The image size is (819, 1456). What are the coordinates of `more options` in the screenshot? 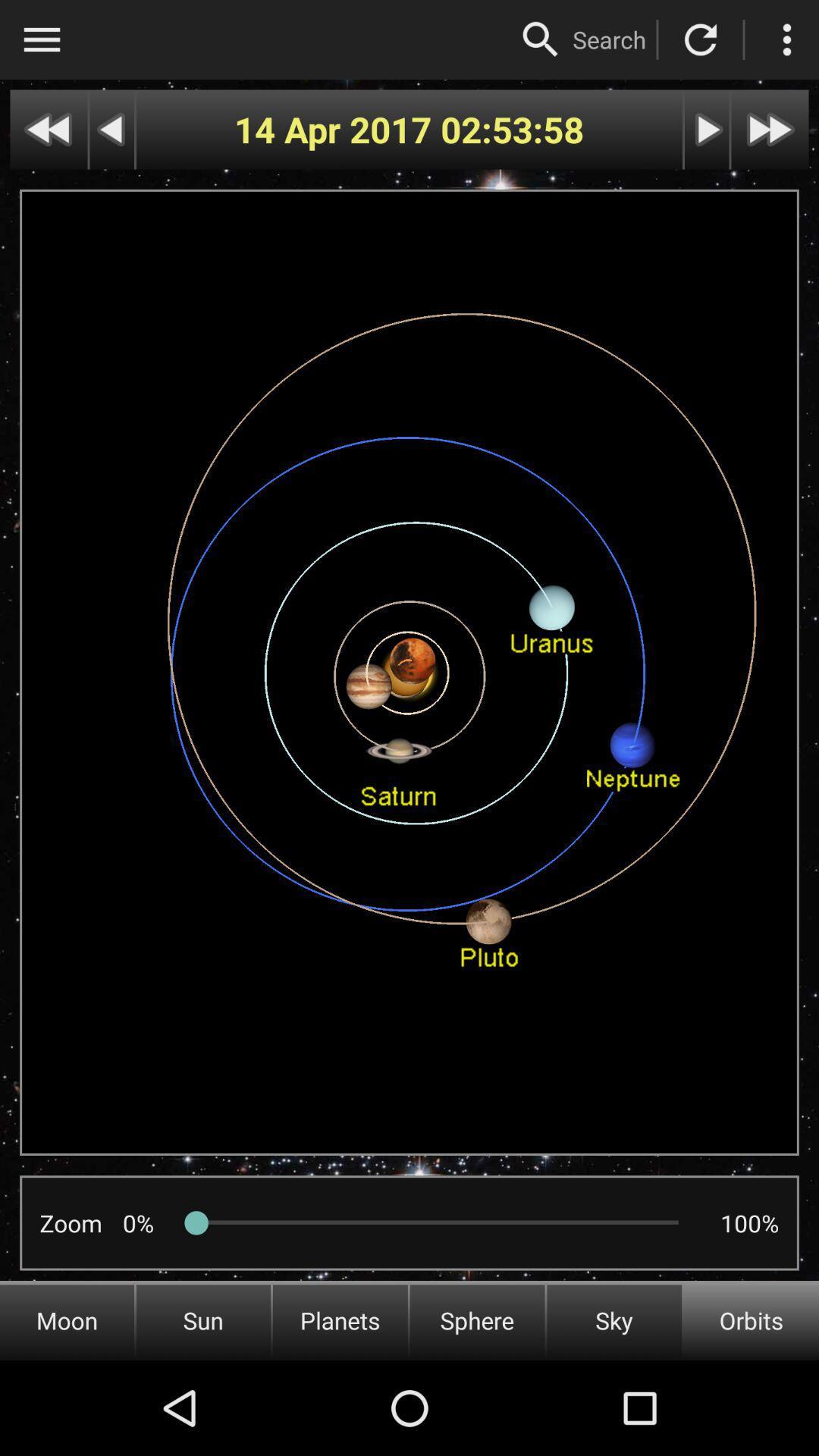 It's located at (786, 39).